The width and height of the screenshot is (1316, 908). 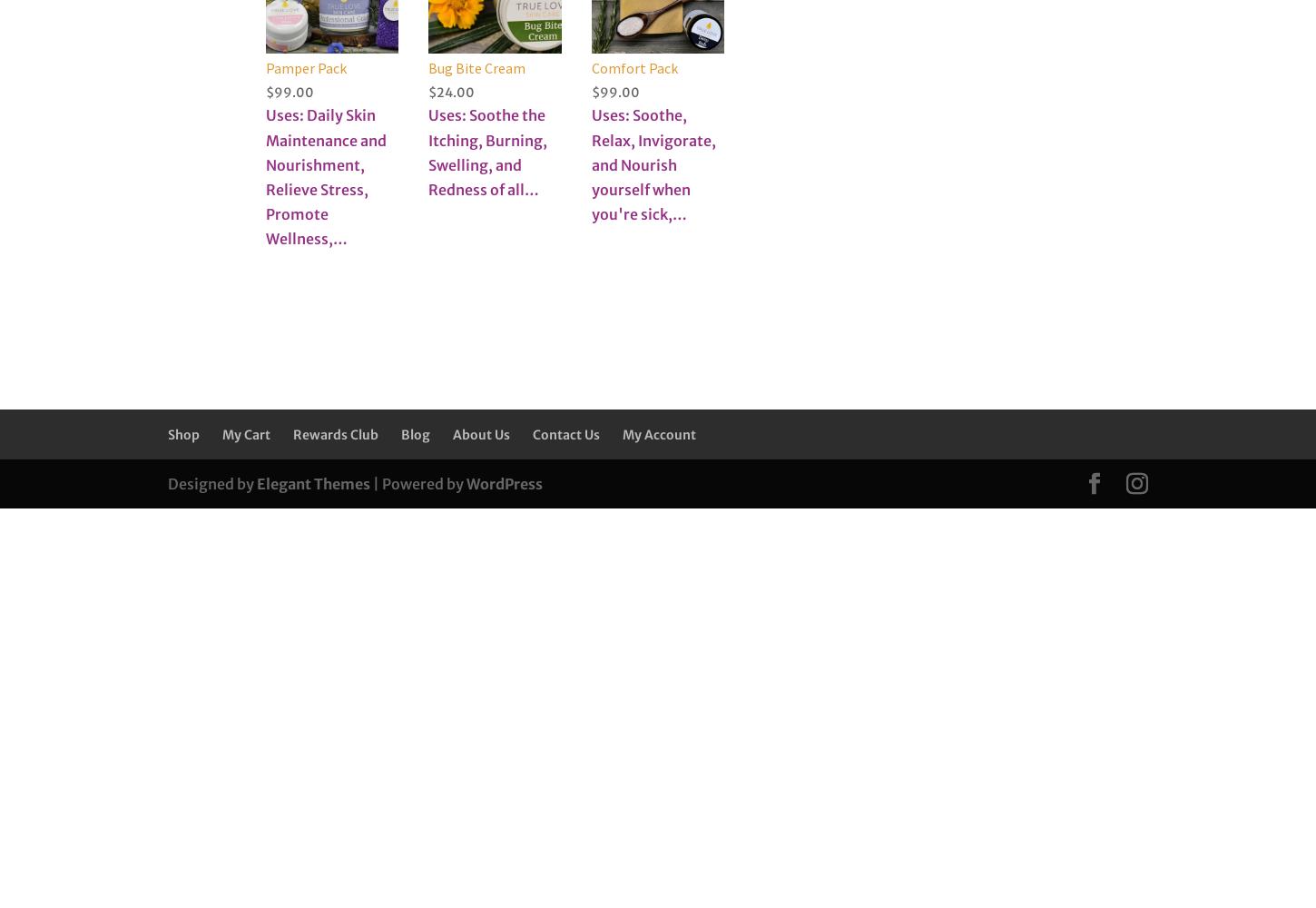 What do you see at coordinates (306, 66) in the screenshot?
I see `'Pamper Pack'` at bounding box center [306, 66].